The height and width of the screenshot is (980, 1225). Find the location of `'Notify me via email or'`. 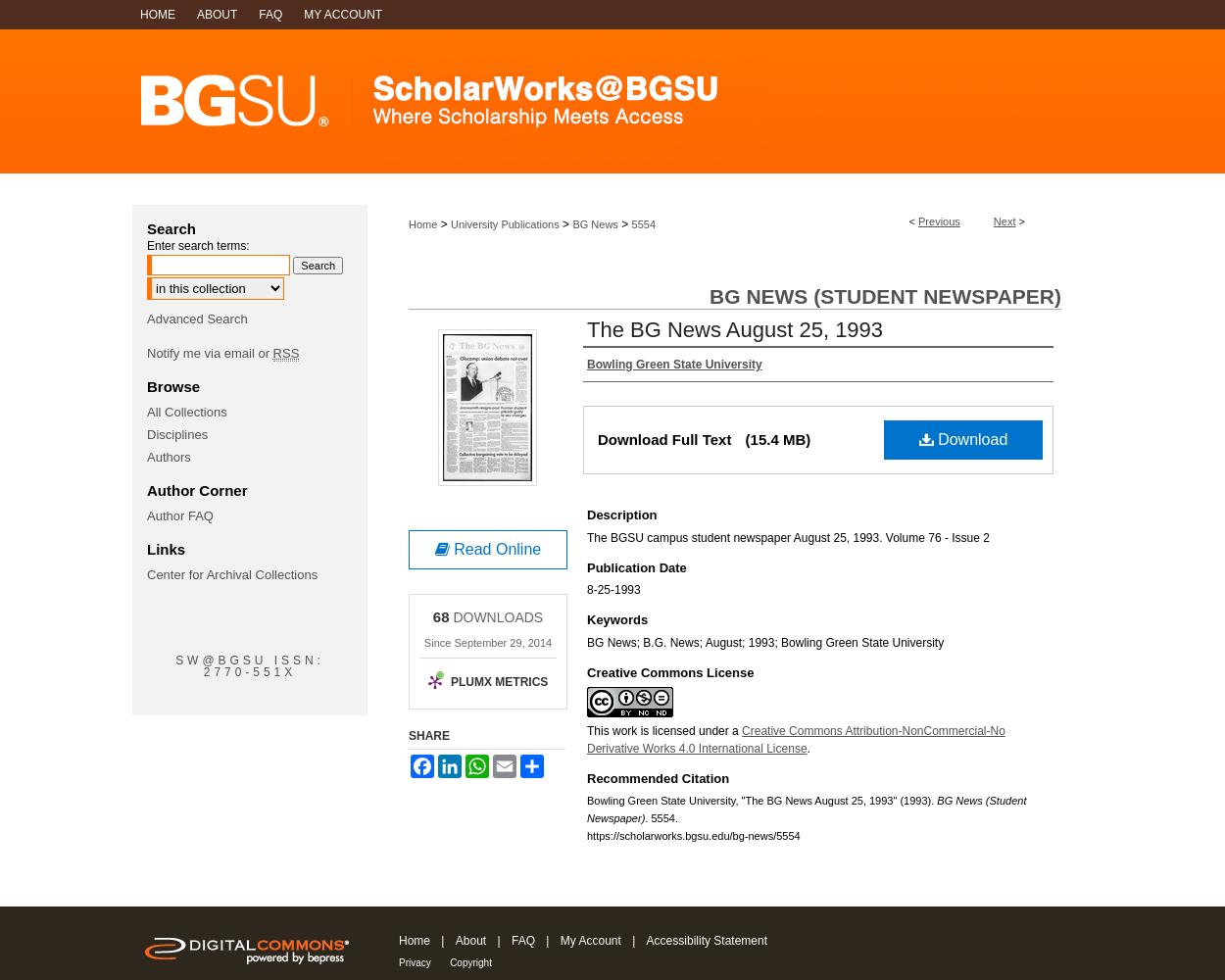

'Notify me via email or' is located at coordinates (209, 351).